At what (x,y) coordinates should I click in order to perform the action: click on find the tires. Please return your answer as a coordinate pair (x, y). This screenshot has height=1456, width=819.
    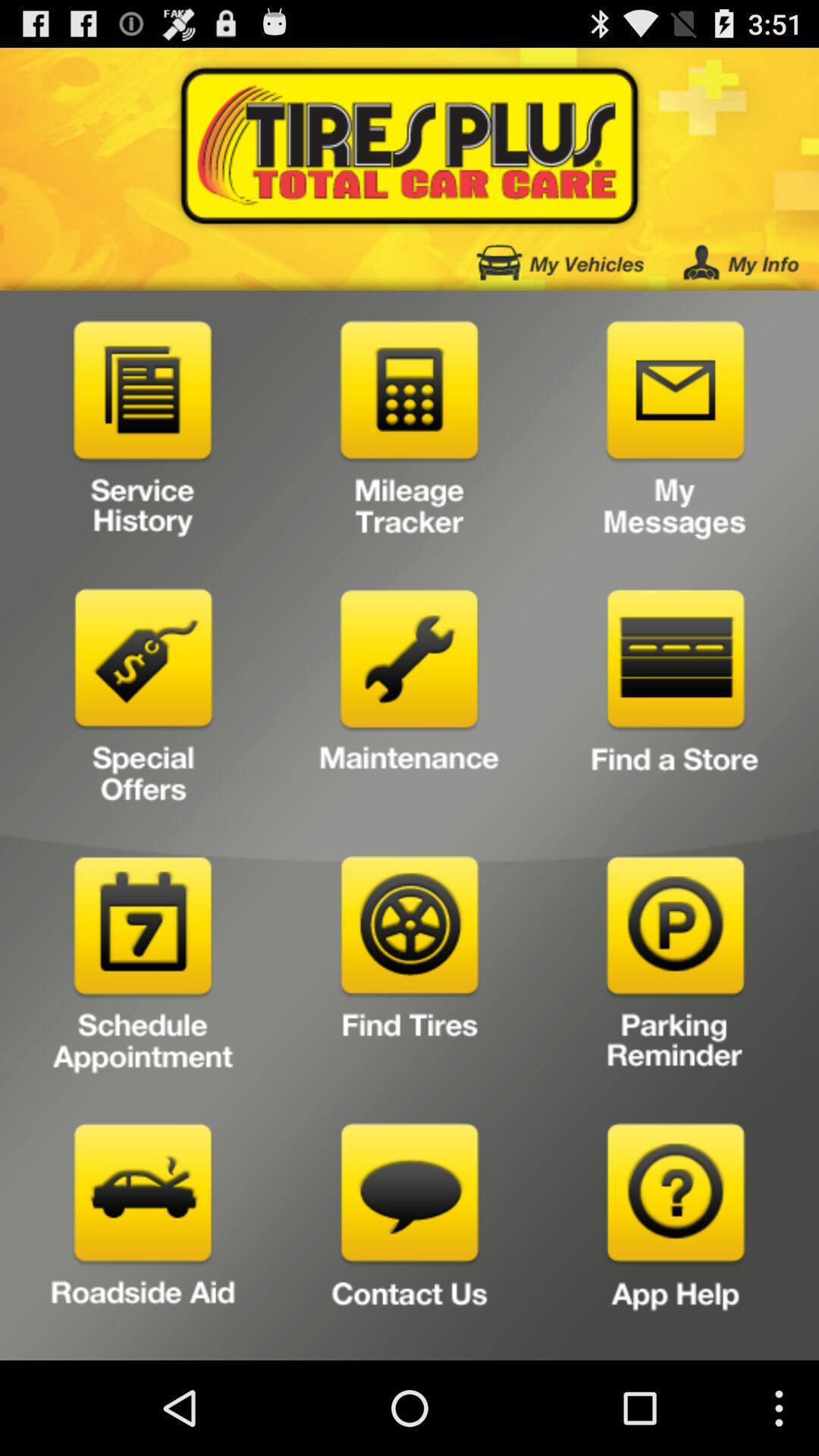
    Looking at the image, I should click on (409, 968).